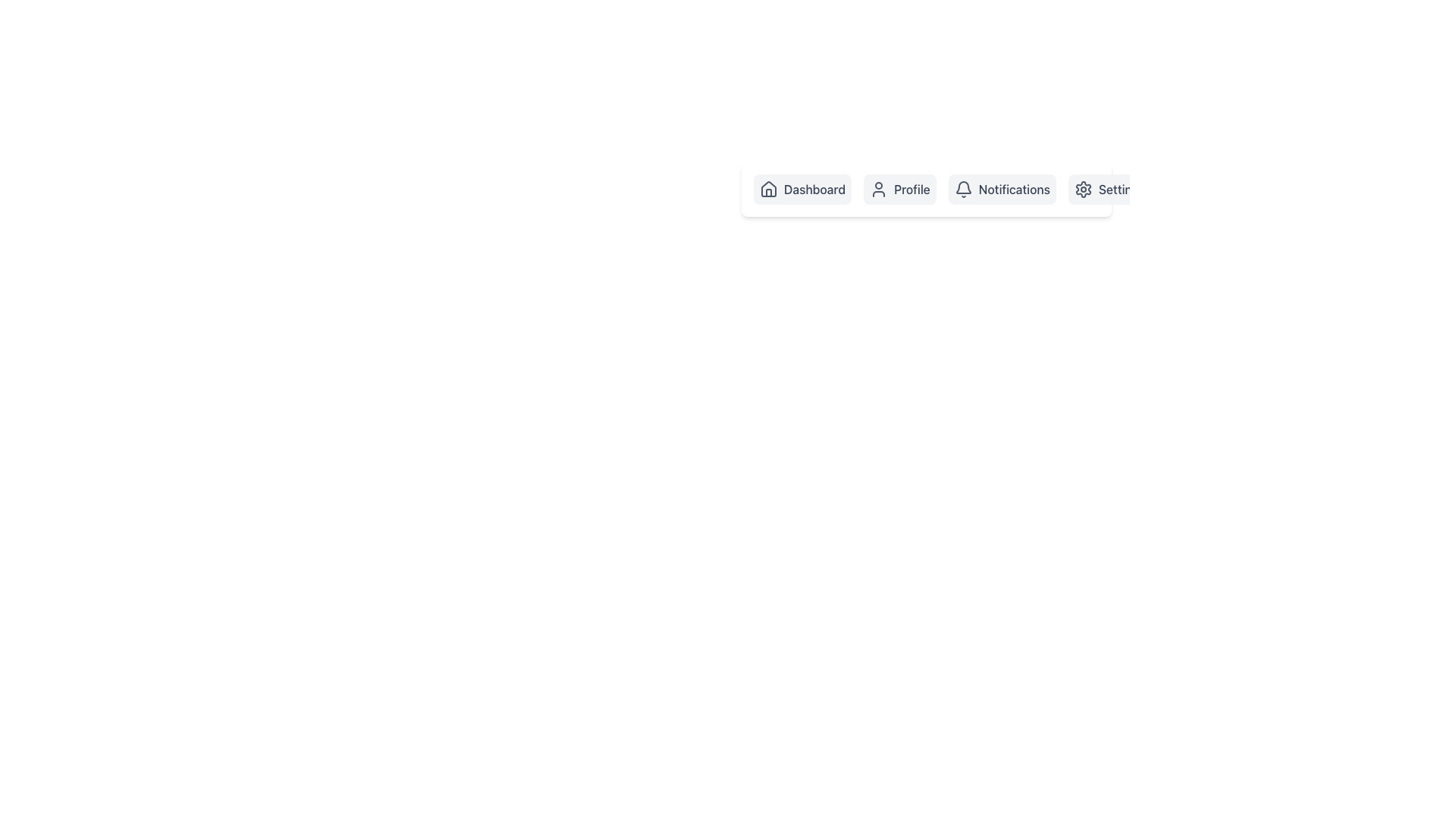  Describe the element at coordinates (768, 192) in the screenshot. I see `the house-shaped icon button located in the top-right navigation menu, adjacent to the 'Dashboard' label` at that location.